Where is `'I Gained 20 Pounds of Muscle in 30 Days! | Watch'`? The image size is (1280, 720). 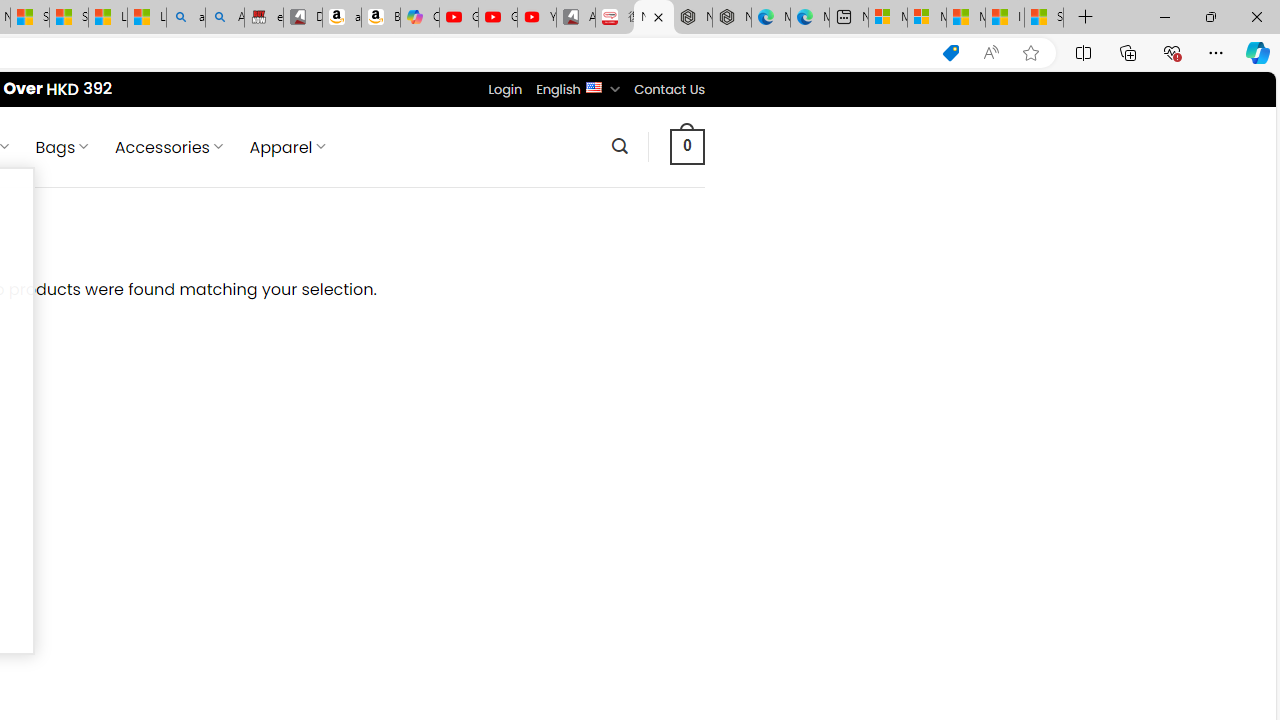
'I Gained 20 Pounds of Muscle in 30 Days! | Watch' is located at coordinates (1004, 17).